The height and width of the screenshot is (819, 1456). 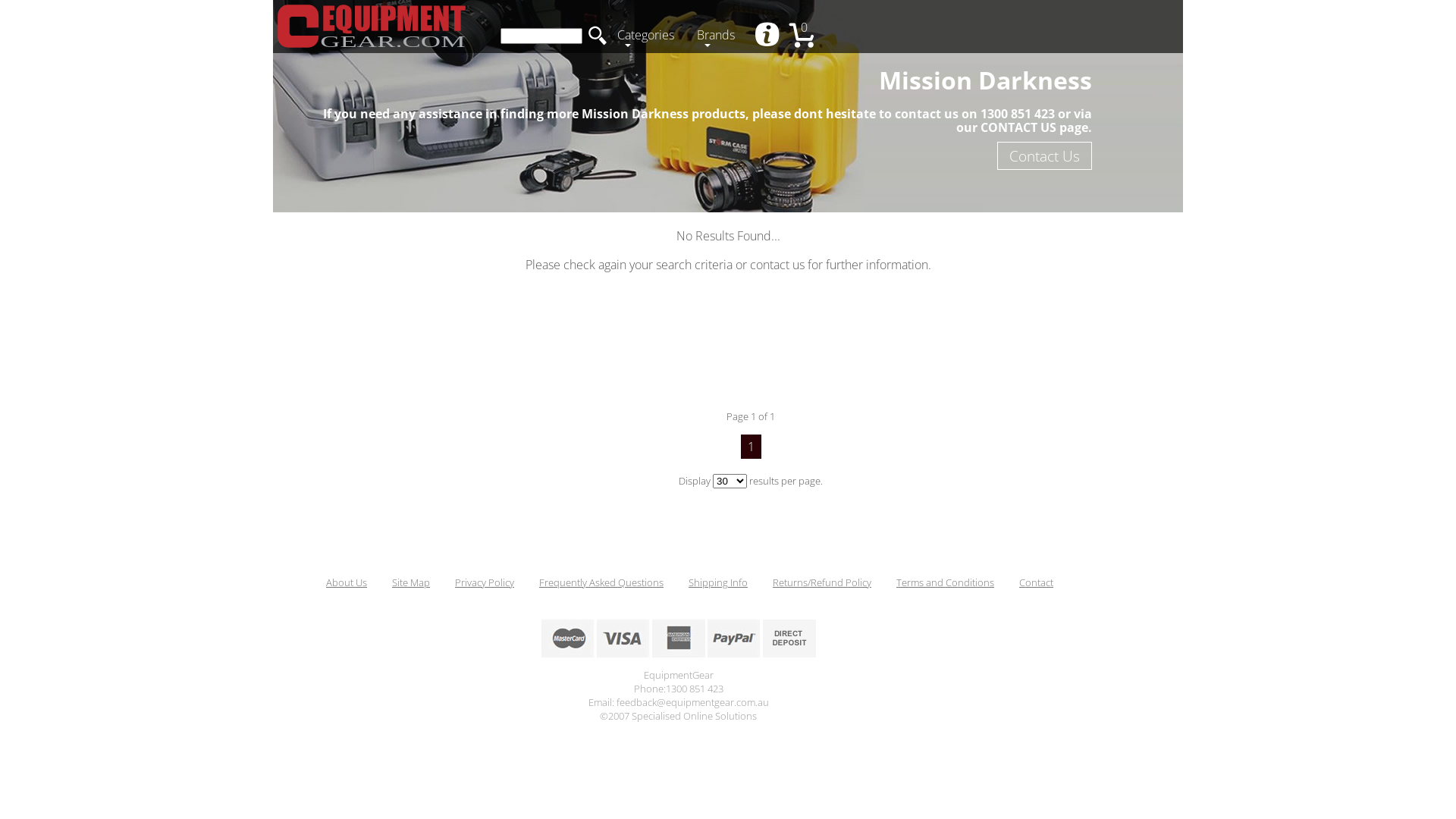 What do you see at coordinates (1035, 581) in the screenshot?
I see `'Contact'` at bounding box center [1035, 581].